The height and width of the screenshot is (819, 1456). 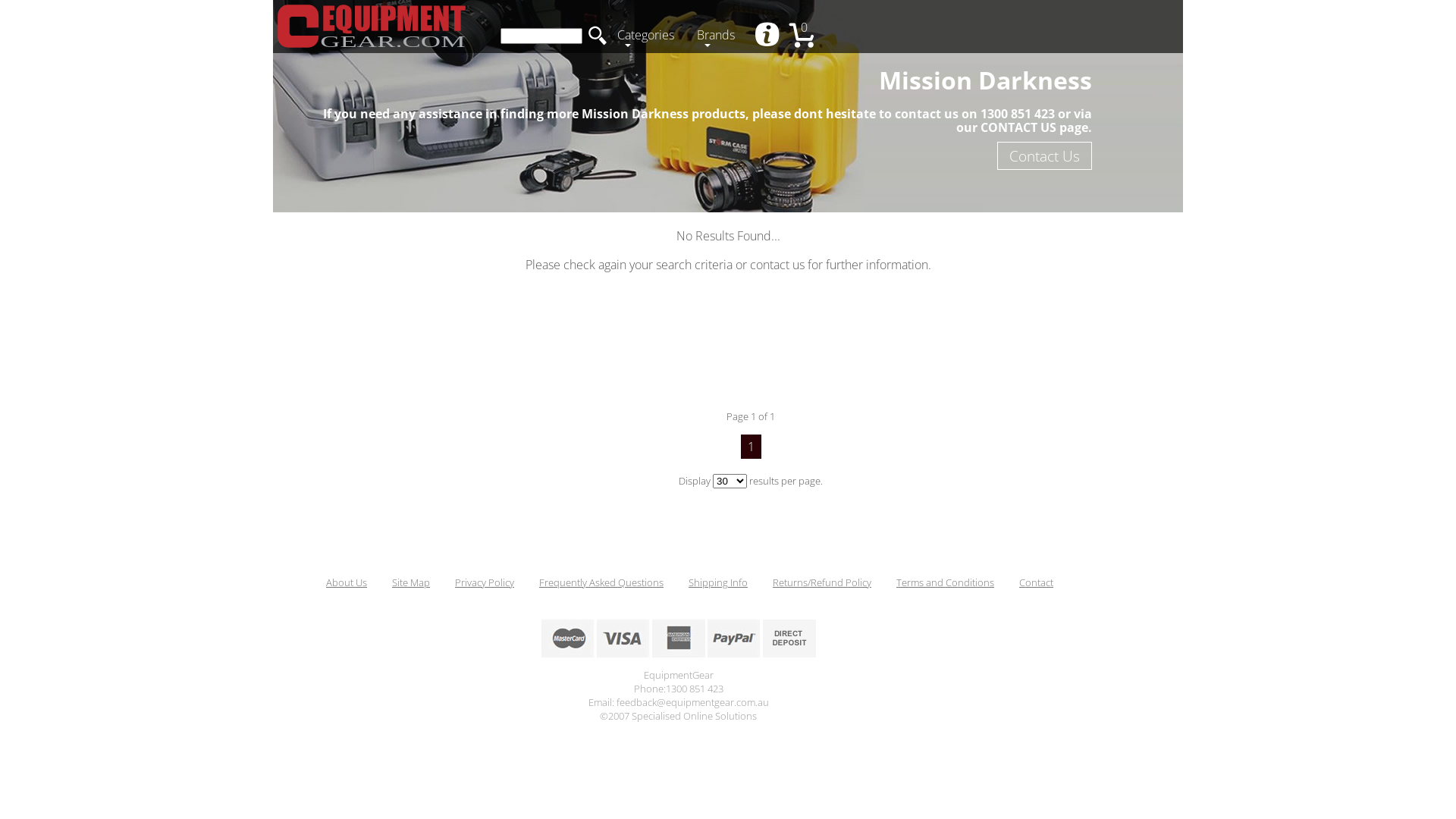 What do you see at coordinates (1035, 581) in the screenshot?
I see `'Contact'` at bounding box center [1035, 581].